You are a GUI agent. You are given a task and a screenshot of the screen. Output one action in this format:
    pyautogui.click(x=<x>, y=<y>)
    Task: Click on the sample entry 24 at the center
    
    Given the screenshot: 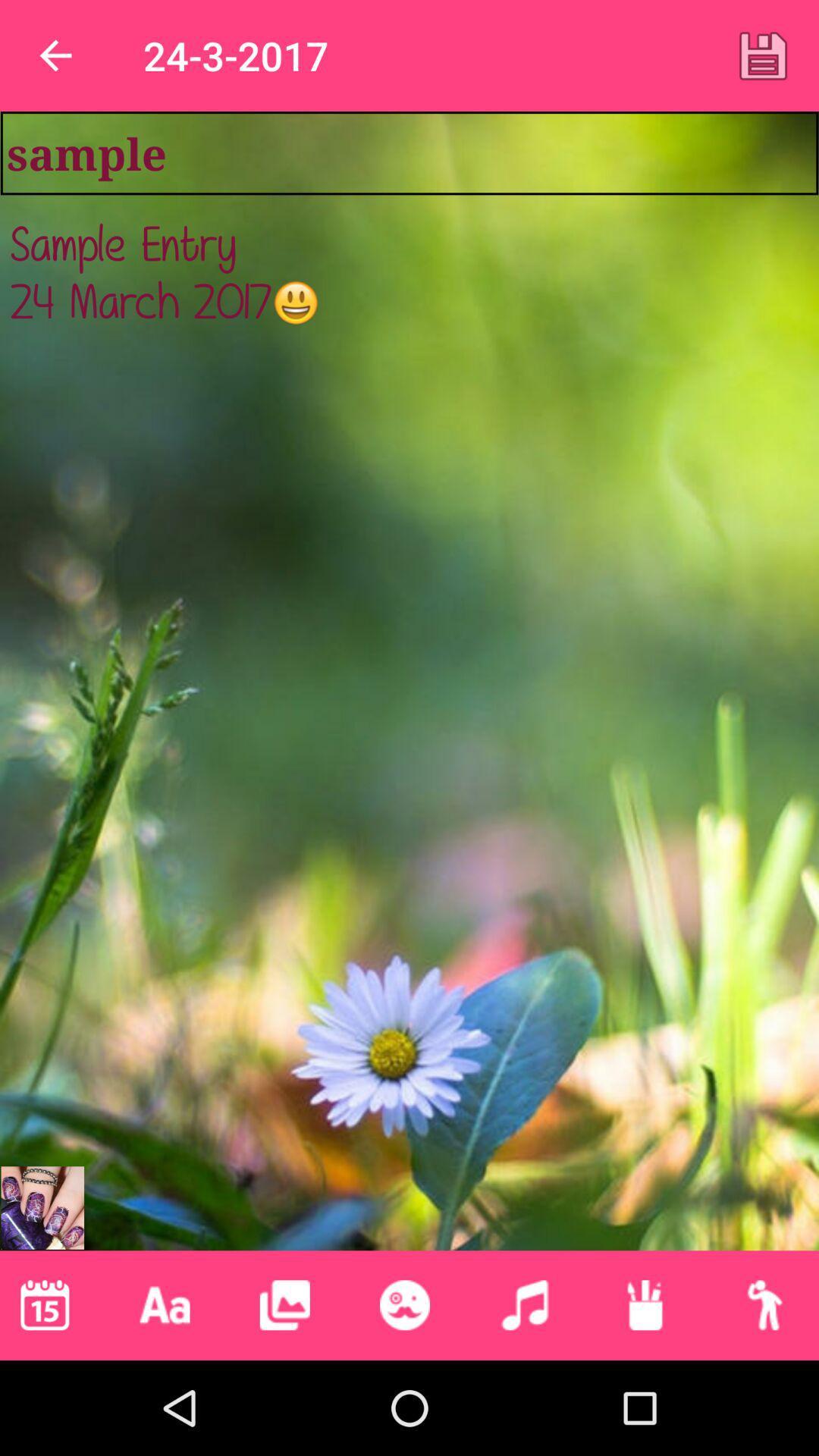 What is the action you would take?
    pyautogui.click(x=409, y=689)
    